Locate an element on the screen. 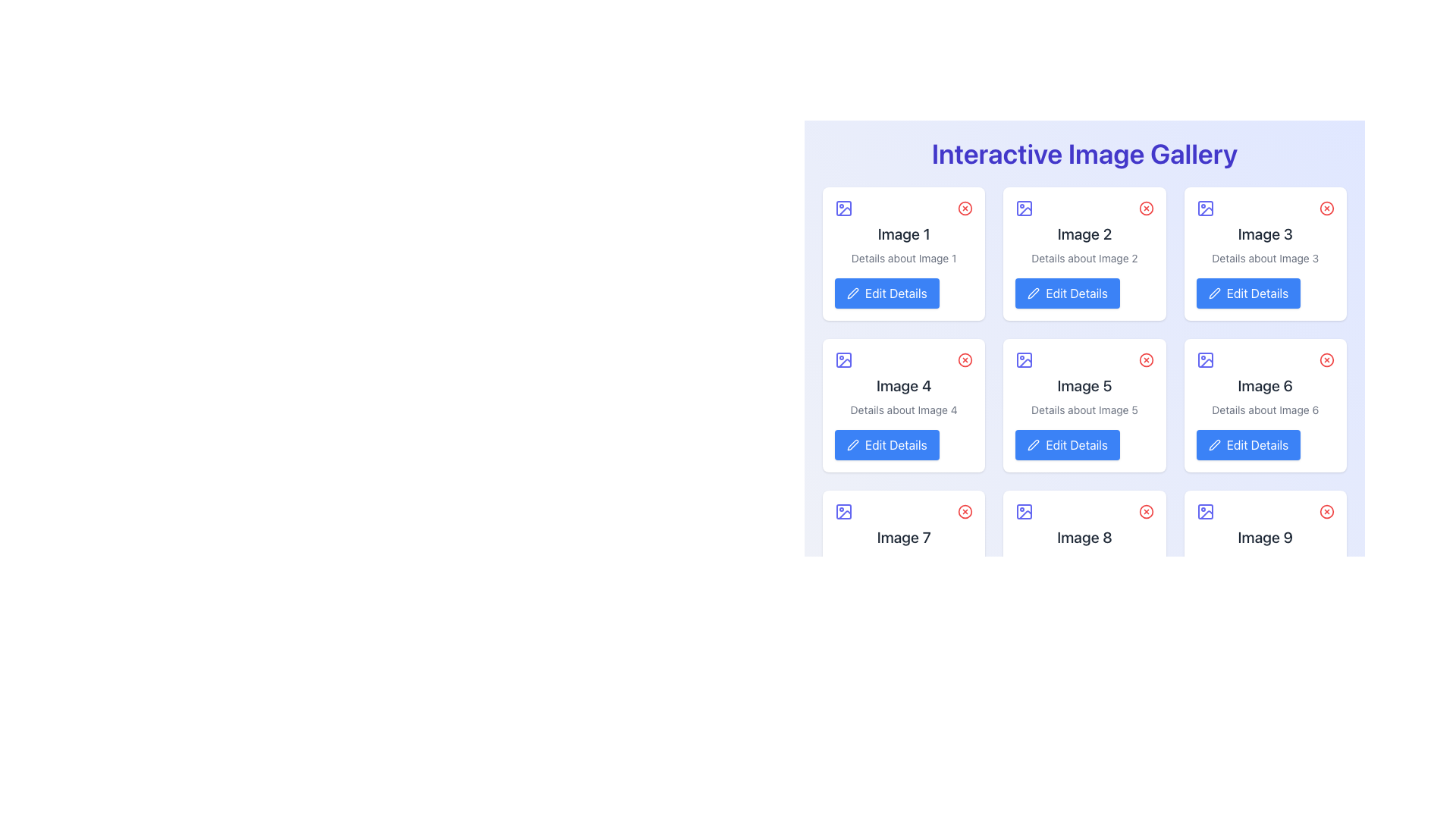 This screenshot has width=1456, height=819. the edit button located at the bottom section of the card labeled 'Image 2' to initiate the edit function is located at coordinates (1067, 293).